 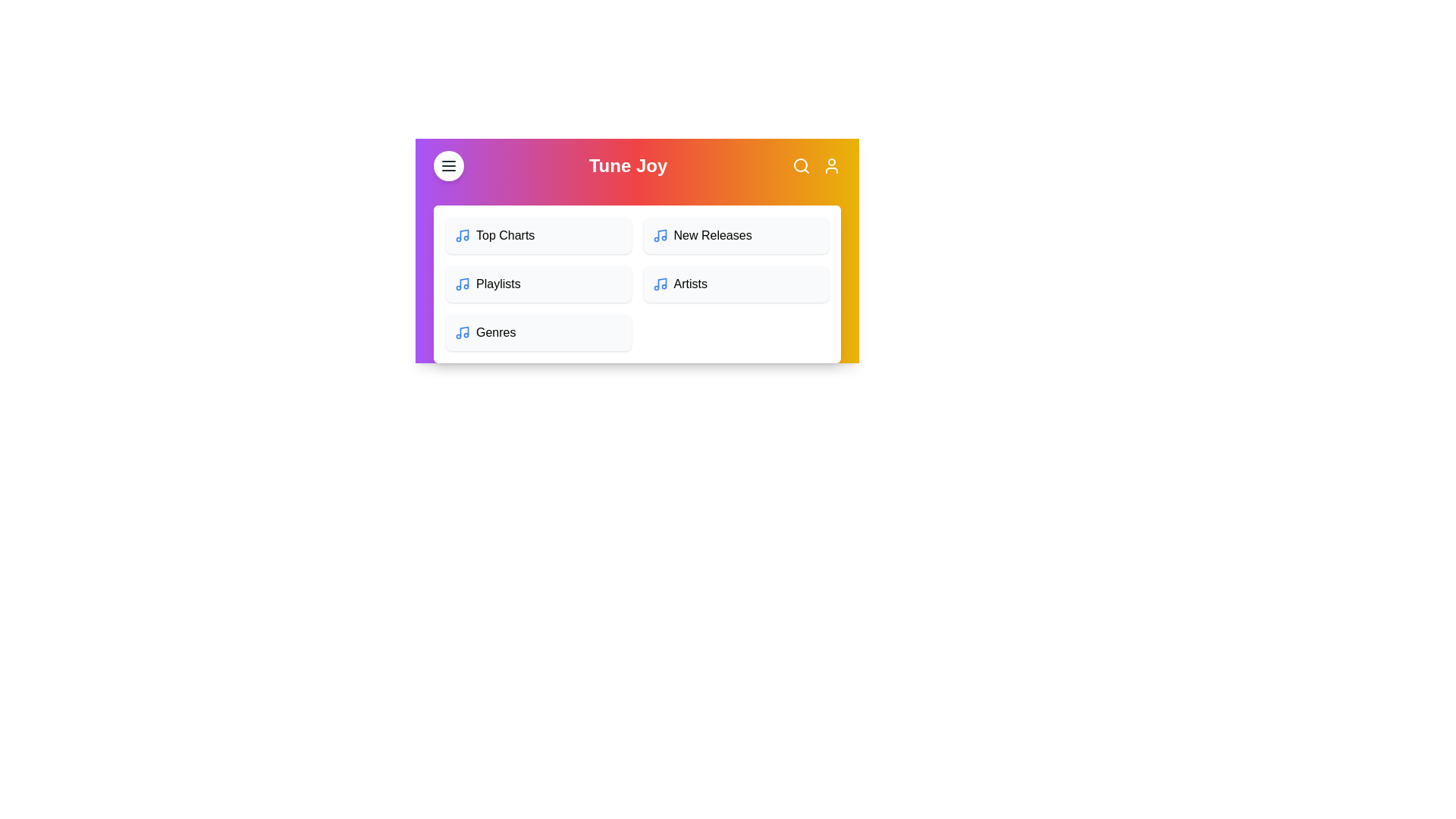 What do you see at coordinates (538, 236) in the screenshot?
I see `the menu item Top Charts to navigate` at bounding box center [538, 236].